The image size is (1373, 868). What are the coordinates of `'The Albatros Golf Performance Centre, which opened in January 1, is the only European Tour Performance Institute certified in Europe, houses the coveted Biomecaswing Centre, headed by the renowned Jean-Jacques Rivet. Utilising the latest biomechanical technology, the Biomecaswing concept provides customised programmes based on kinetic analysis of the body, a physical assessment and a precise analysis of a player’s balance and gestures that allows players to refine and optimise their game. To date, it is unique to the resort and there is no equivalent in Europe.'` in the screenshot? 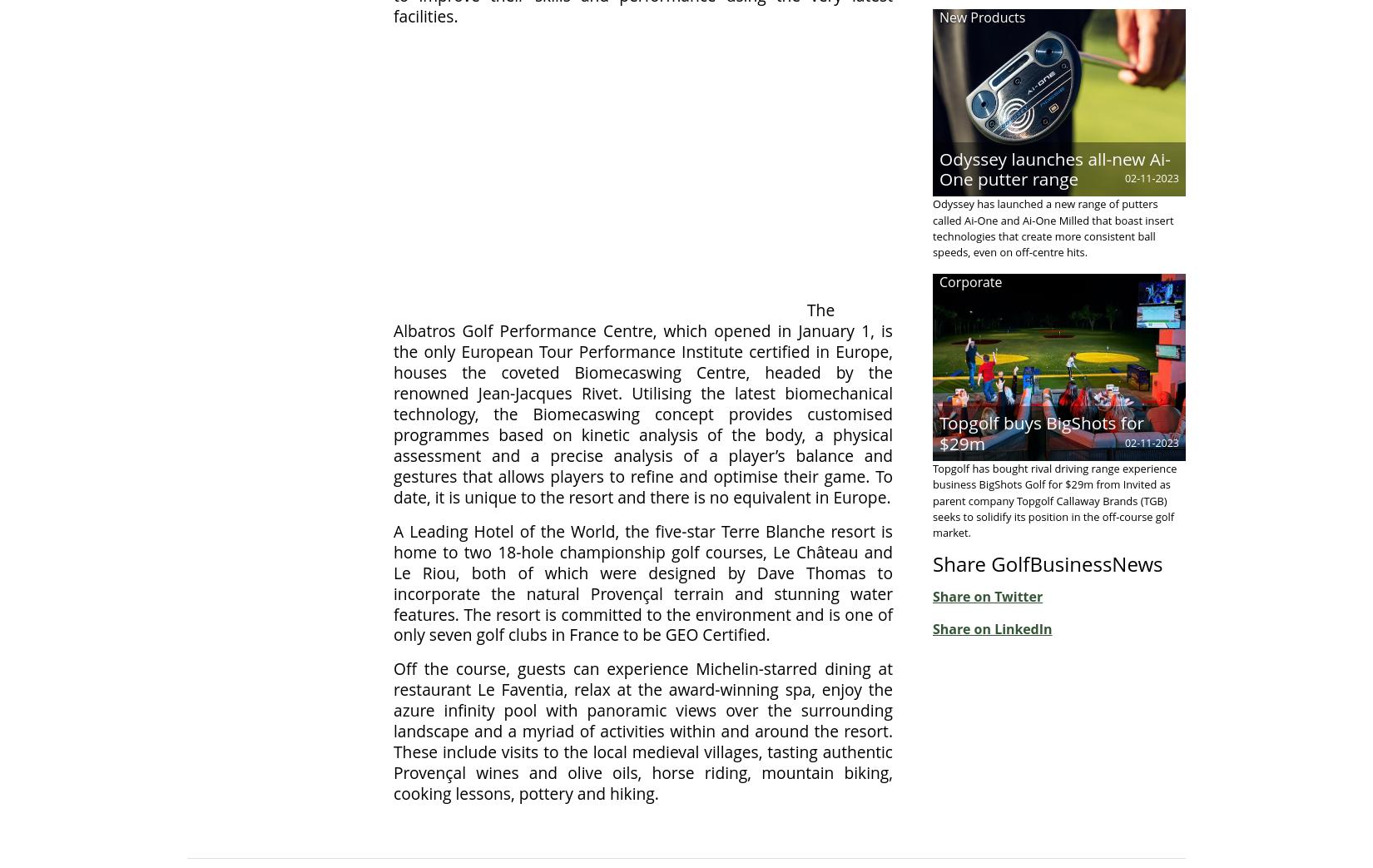 It's located at (642, 402).